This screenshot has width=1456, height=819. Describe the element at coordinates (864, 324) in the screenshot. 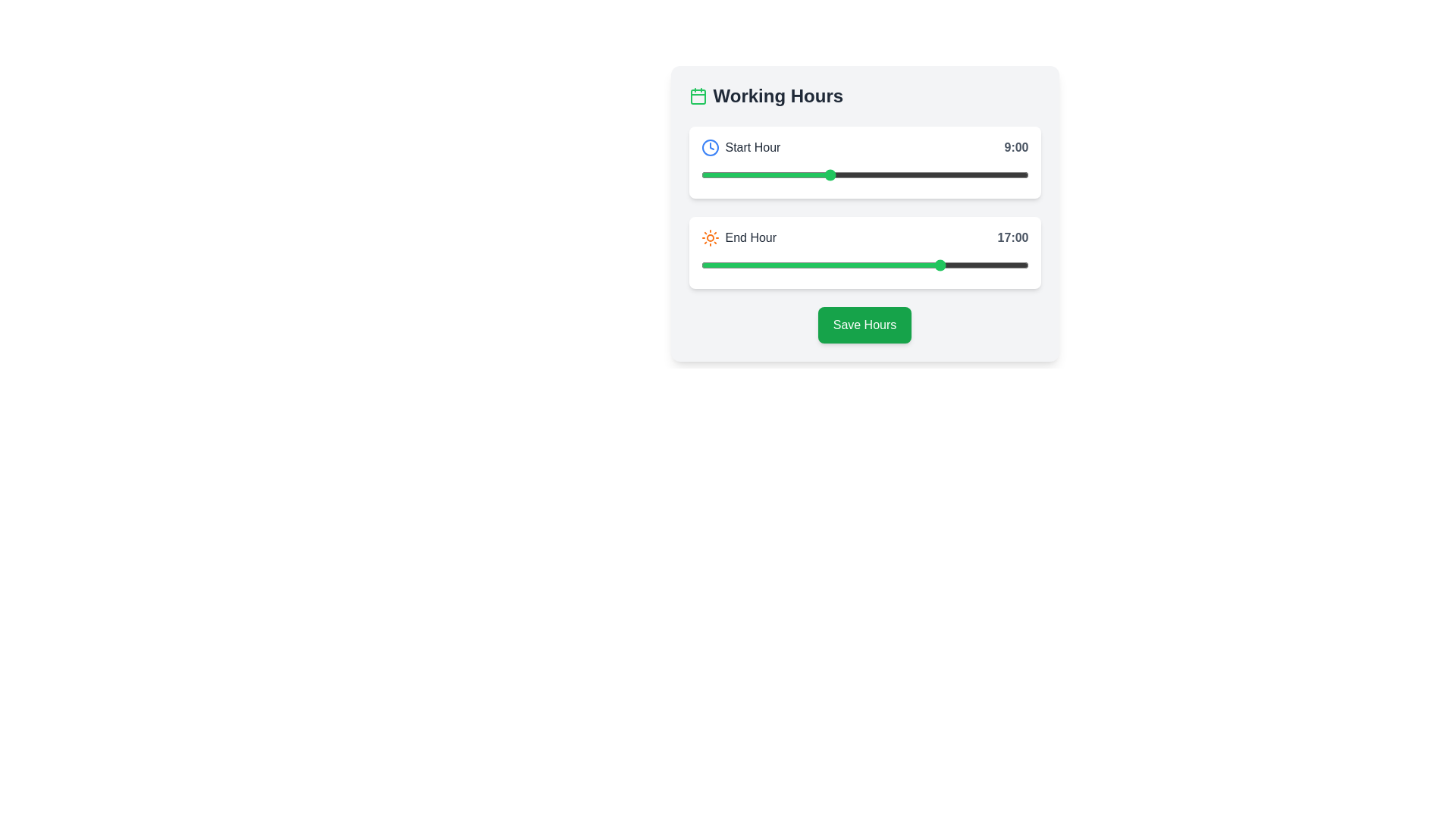

I see `the 'Save Hours' button with a green background and white text located below the 'Start Hour' and 'End Hour' inputs in the 'Working Hours' panel` at that location.